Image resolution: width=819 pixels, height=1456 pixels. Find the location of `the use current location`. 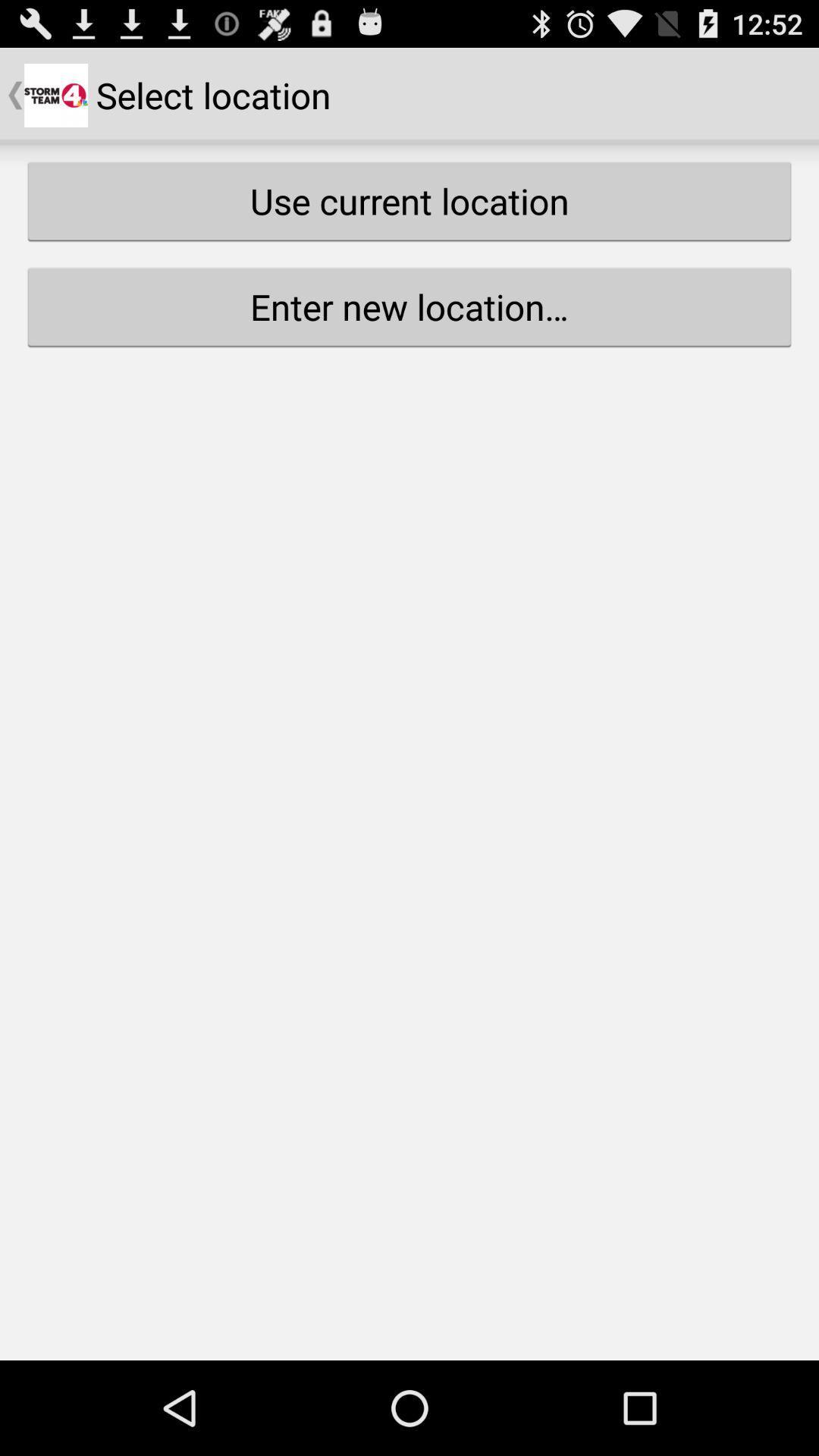

the use current location is located at coordinates (409, 200).